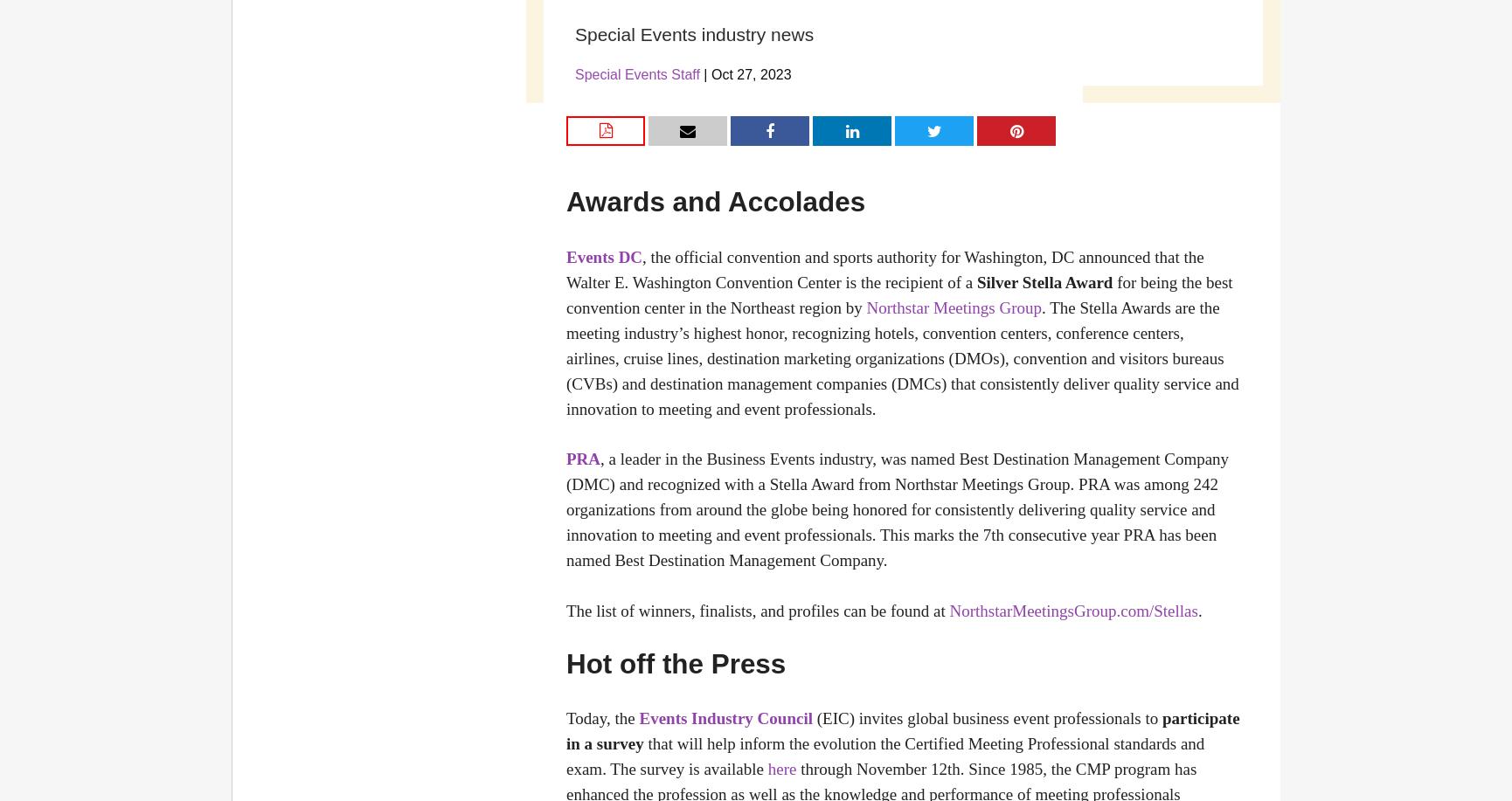 The height and width of the screenshot is (801, 1512). What do you see at coordinates (758, 610) in the screenshot?
I see `'The list of winners, finalists, and profiles can be found at'` at bounding box center [758, 610].